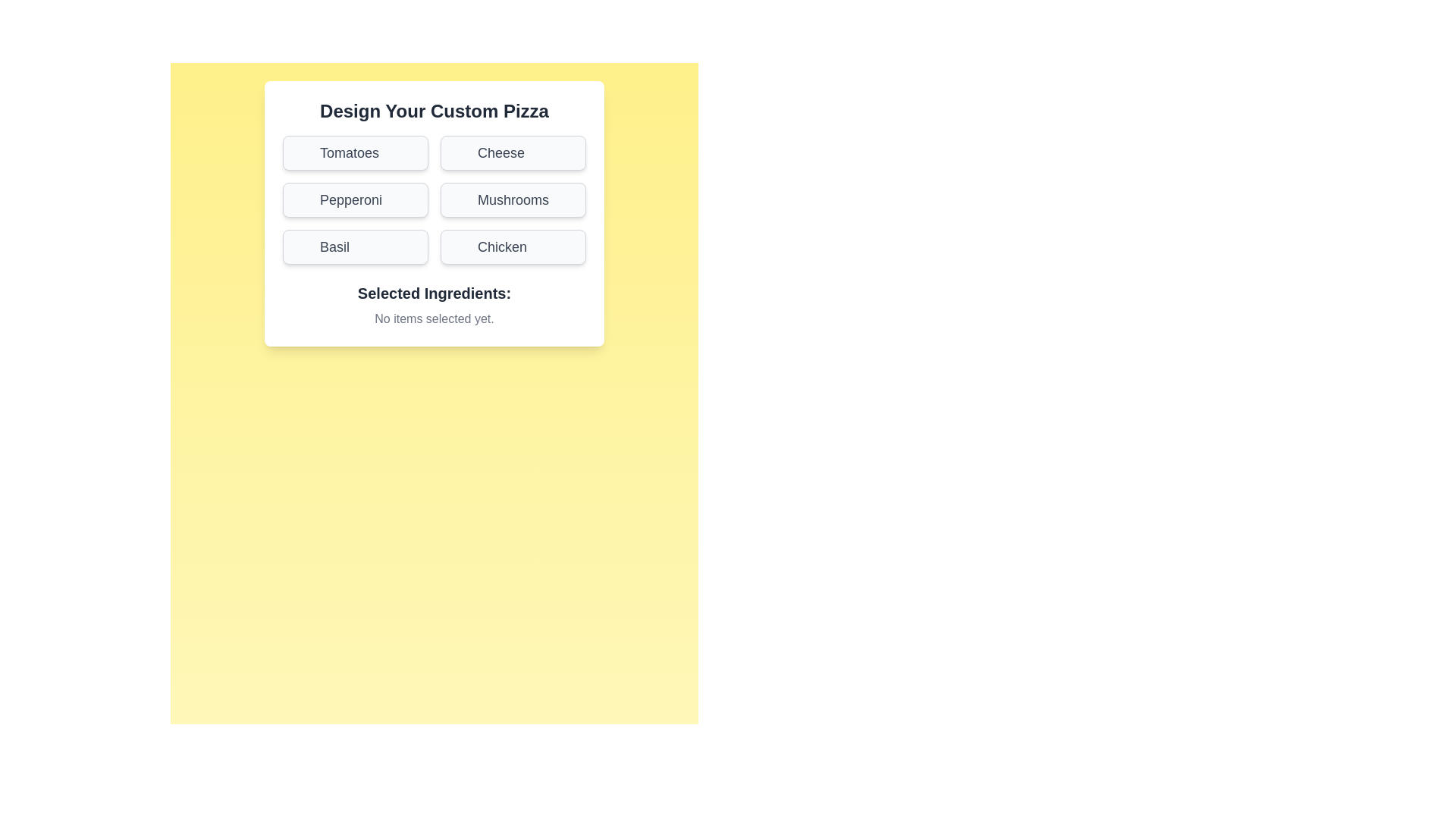  What do you see at coordinates (513, 152) in the screenshot?
I see `the ingredient button labeled Cheese to toggle its selection` at bounding box center [513, 152].